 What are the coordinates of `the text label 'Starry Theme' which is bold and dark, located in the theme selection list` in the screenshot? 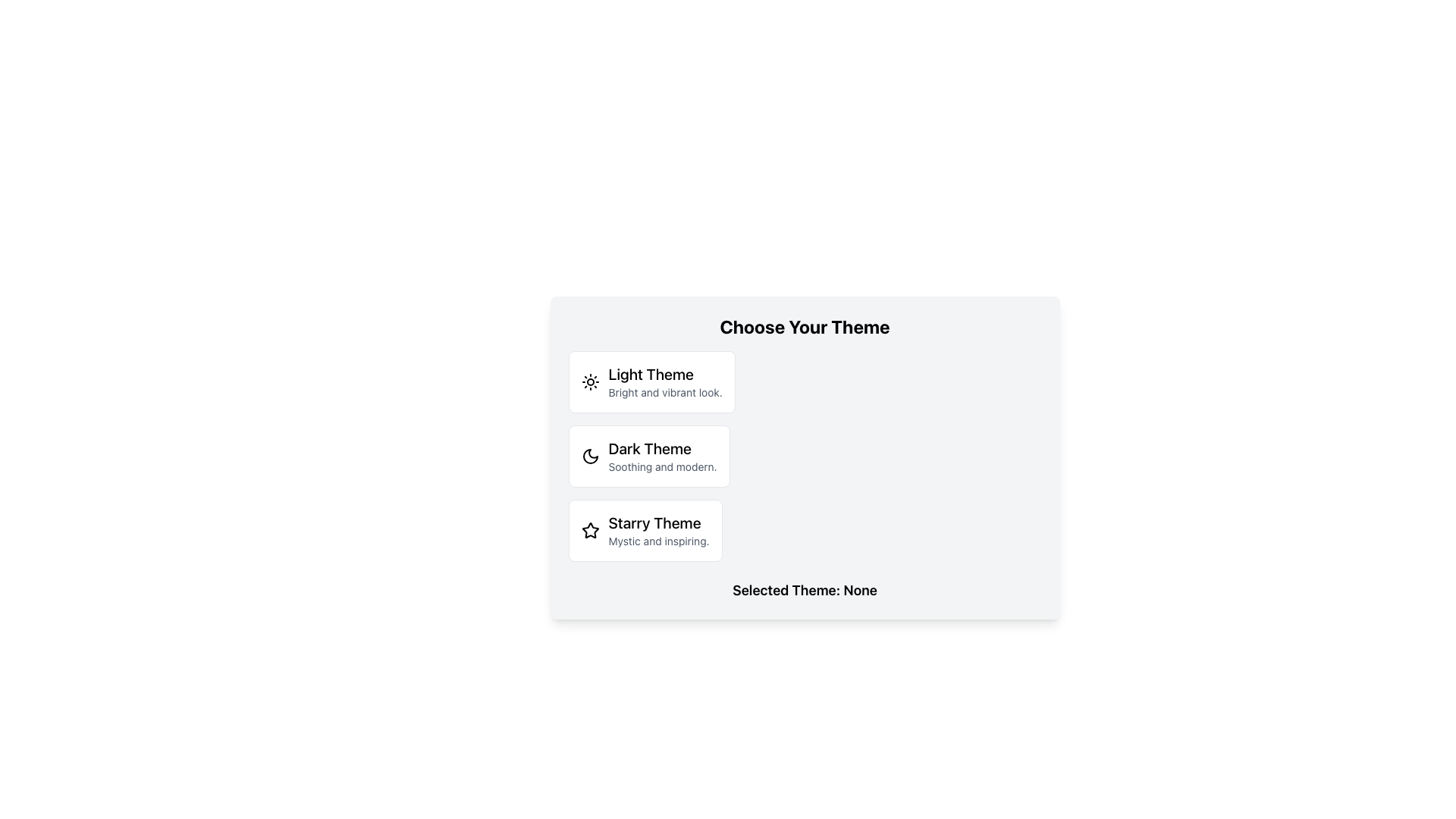 It's located at (658, 522).